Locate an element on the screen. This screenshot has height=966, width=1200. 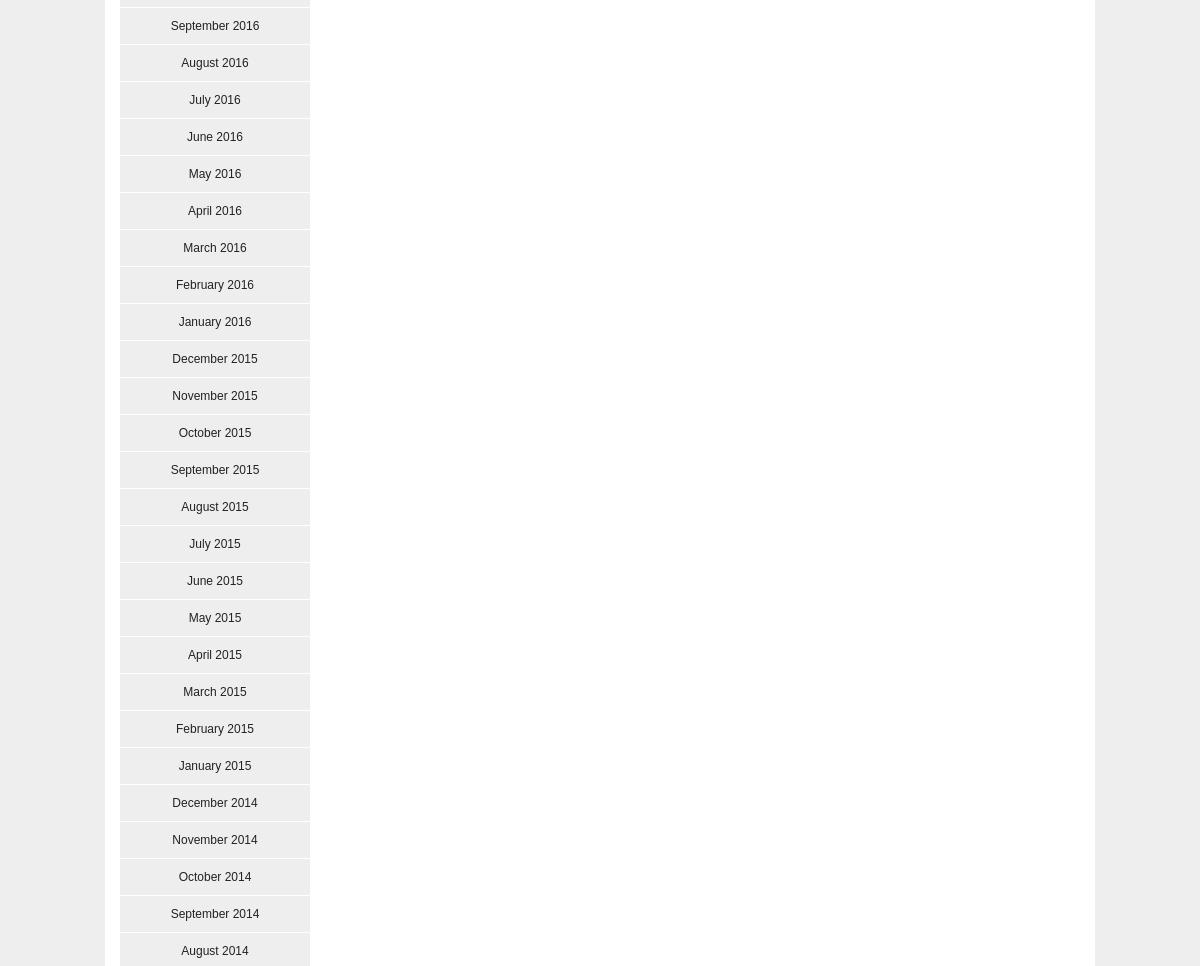
'July 2015' is located at coordinates (213, 543).